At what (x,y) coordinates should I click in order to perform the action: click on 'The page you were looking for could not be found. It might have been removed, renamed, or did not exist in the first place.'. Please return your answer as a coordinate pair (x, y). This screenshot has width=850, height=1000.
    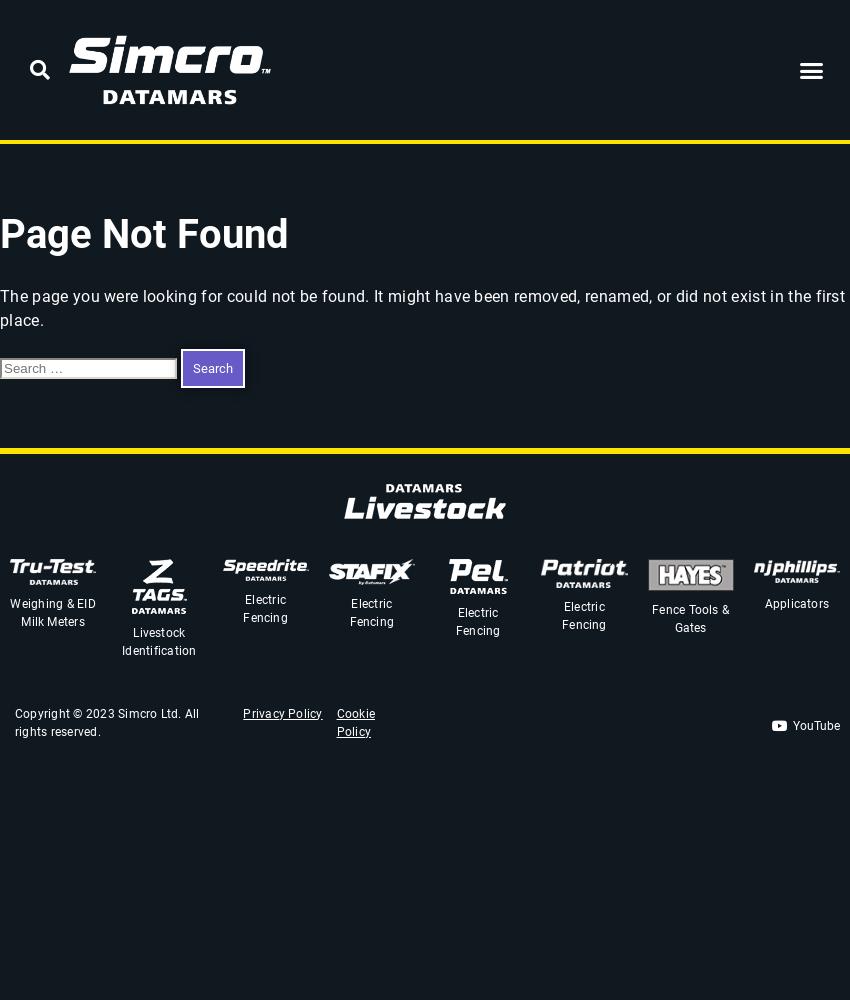
    Looking at the image, I should click on (422, 307).